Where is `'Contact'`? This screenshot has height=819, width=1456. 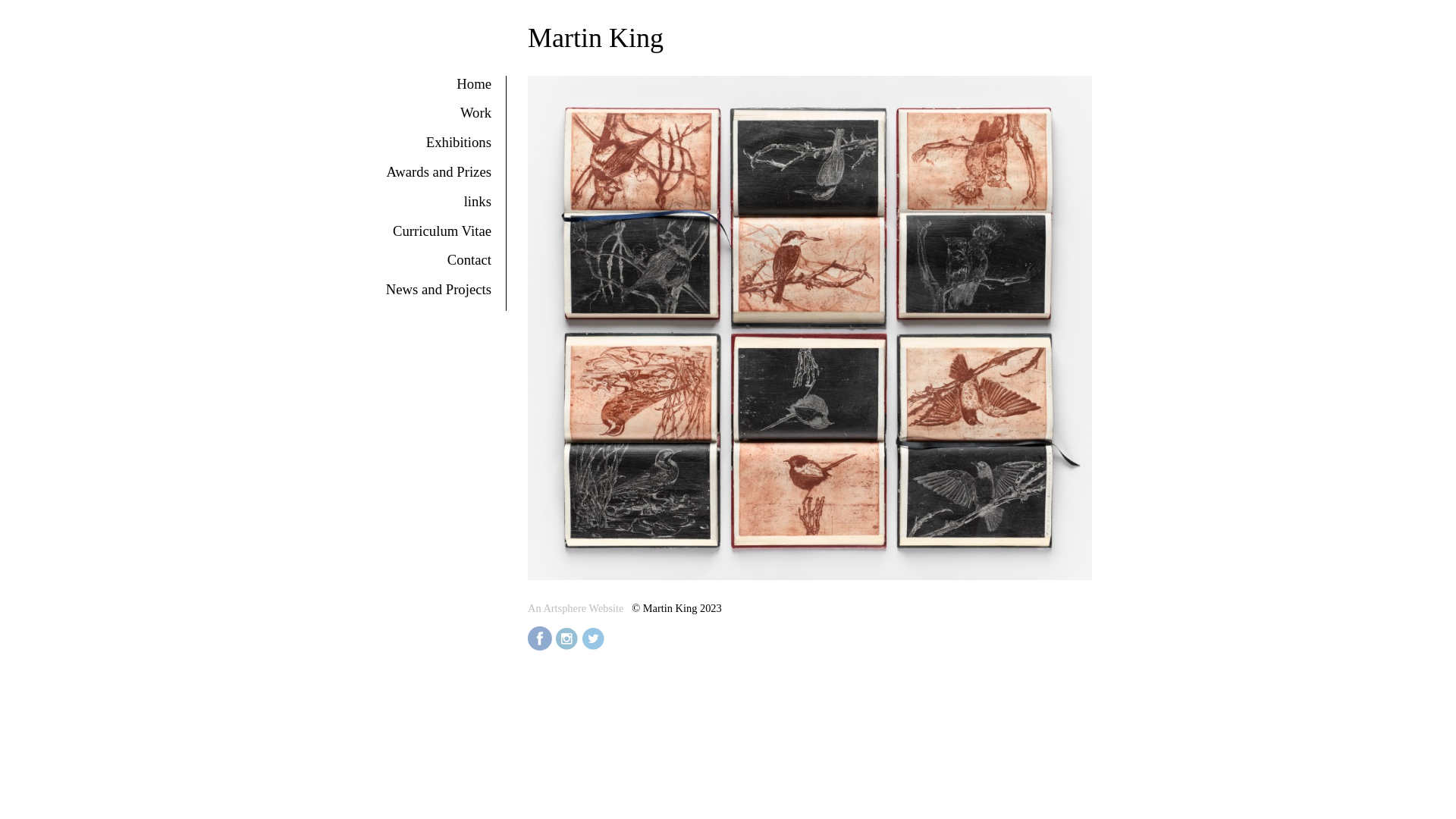 'Contact' is located at coordinates (469, 259).